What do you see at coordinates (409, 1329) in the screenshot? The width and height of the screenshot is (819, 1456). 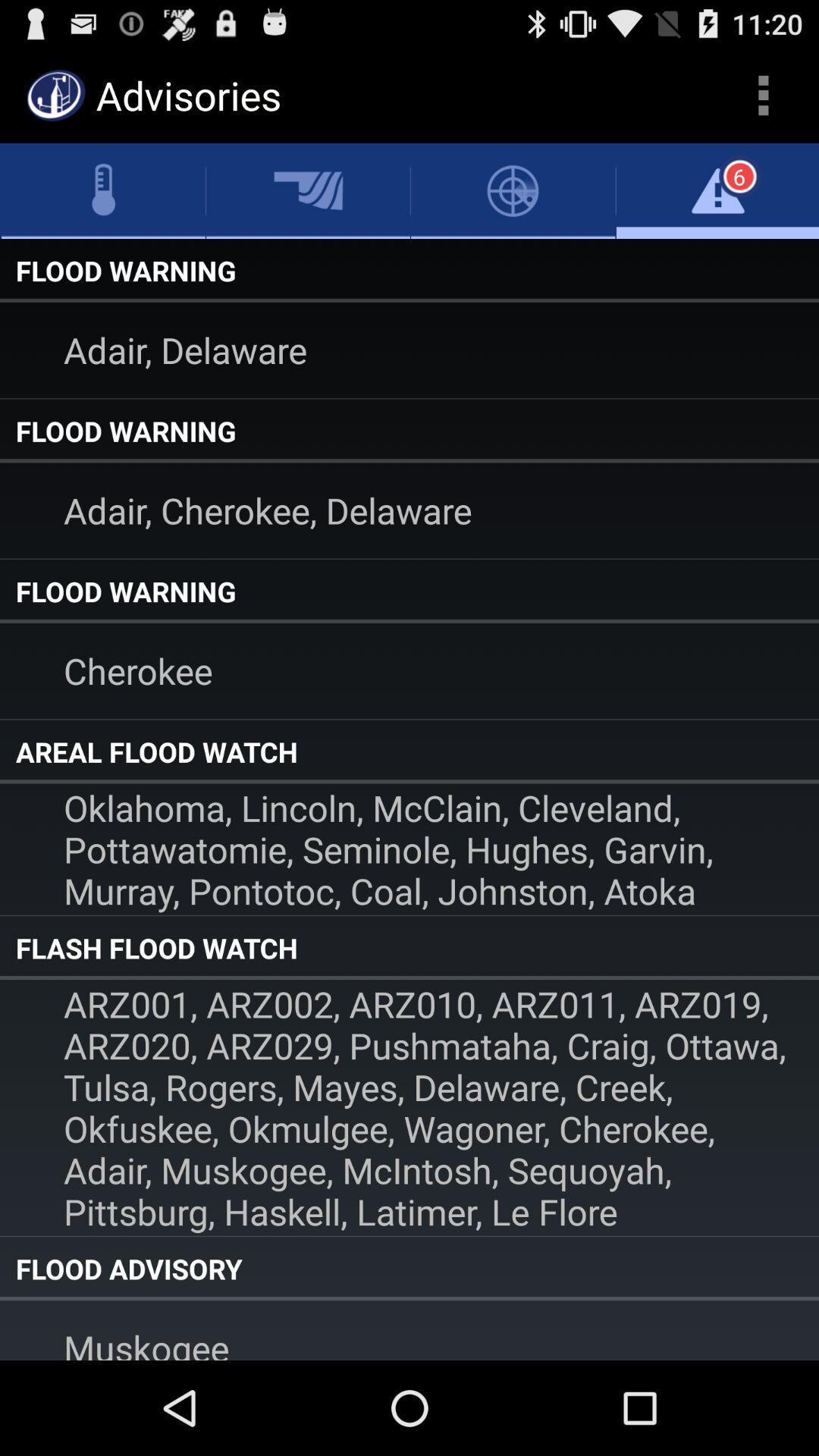 I see `the app below the flood advisory` at bounding box center [409, 1329].